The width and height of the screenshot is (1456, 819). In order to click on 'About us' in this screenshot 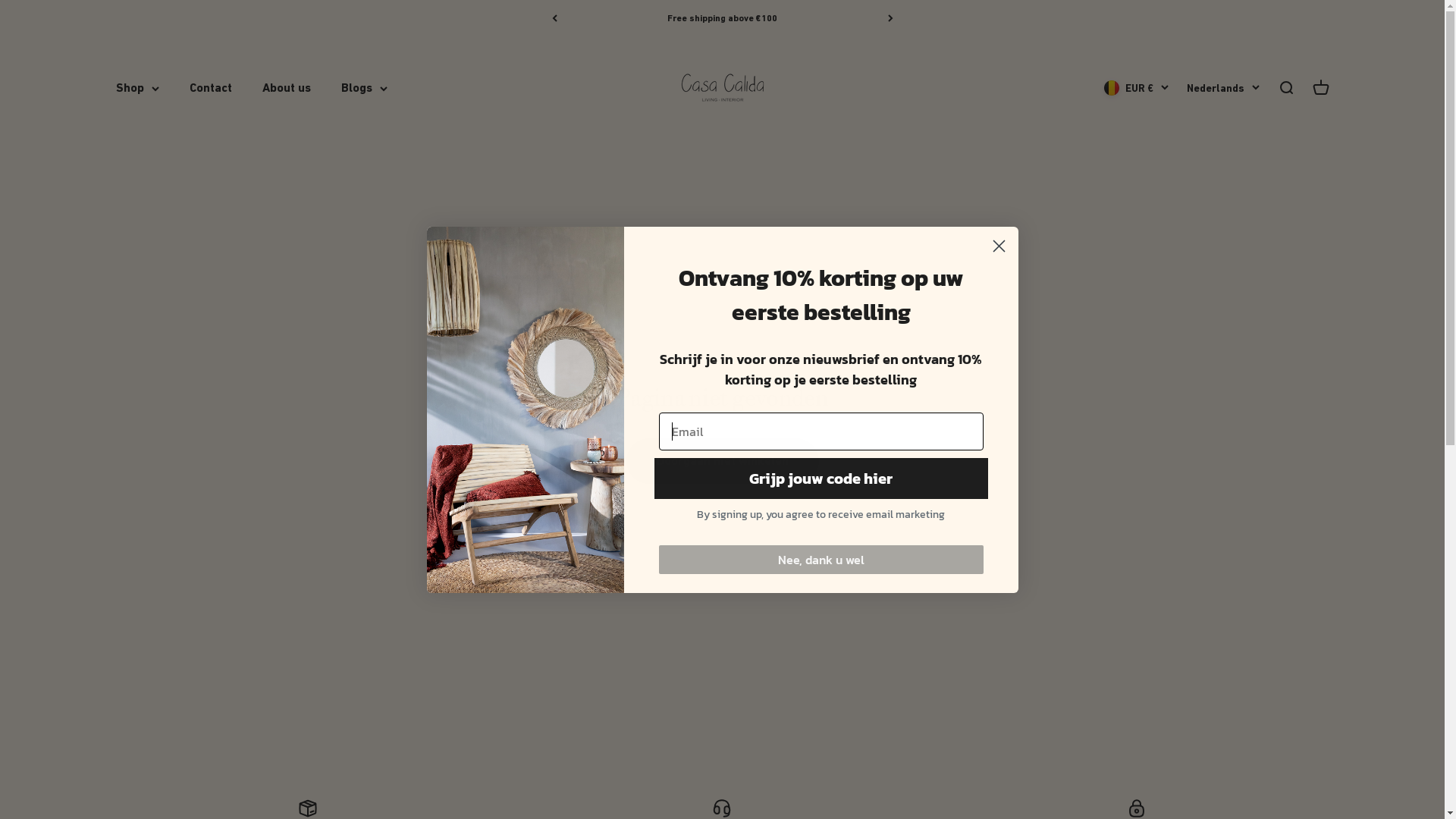, I will do `click(287, 88)`.